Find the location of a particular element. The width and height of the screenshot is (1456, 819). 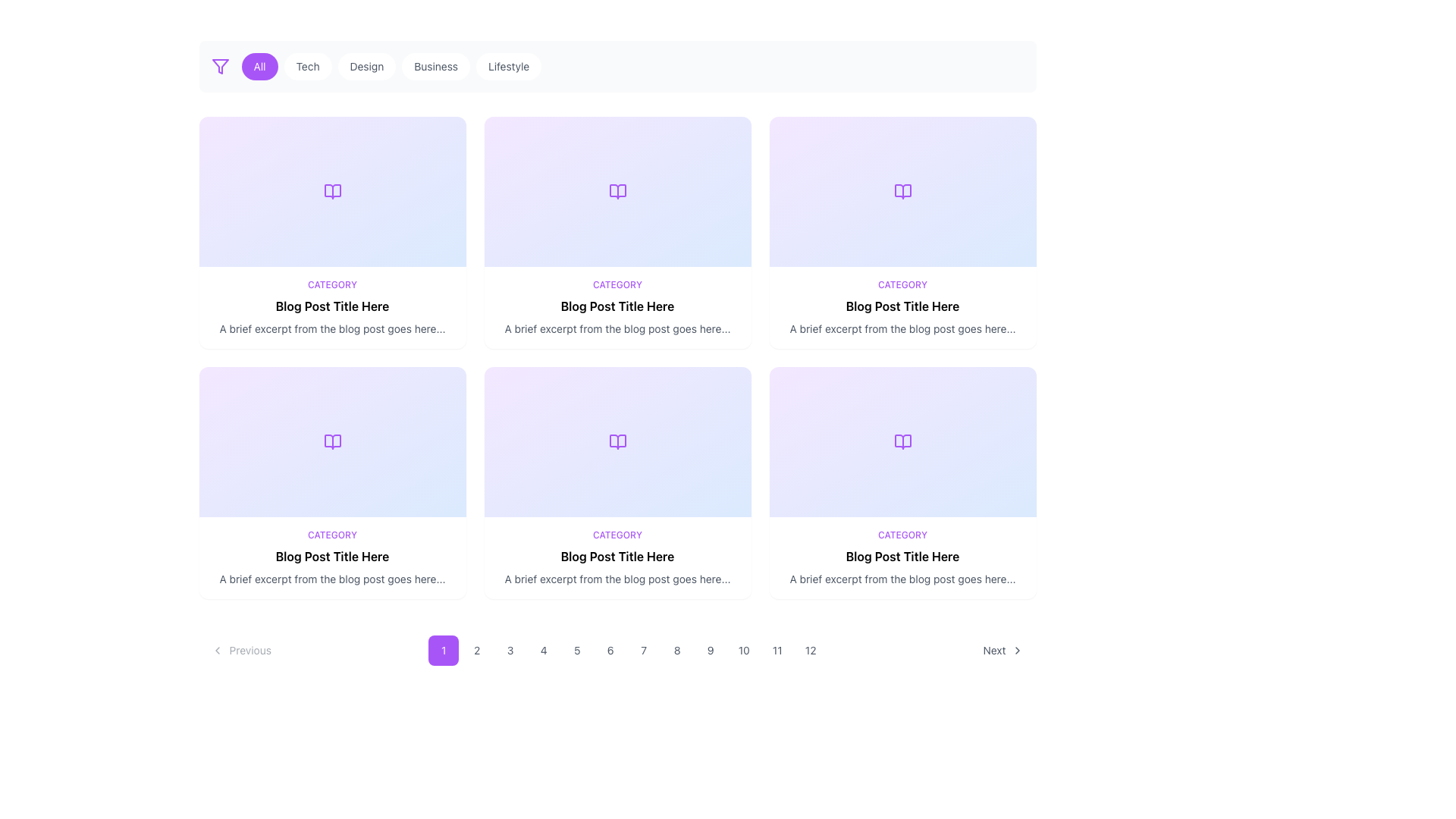

the content block section of the fourth blog card located in the first row and third column, specifically in the lower portion beneath the large gradient background is located at coordinates (902, 307).